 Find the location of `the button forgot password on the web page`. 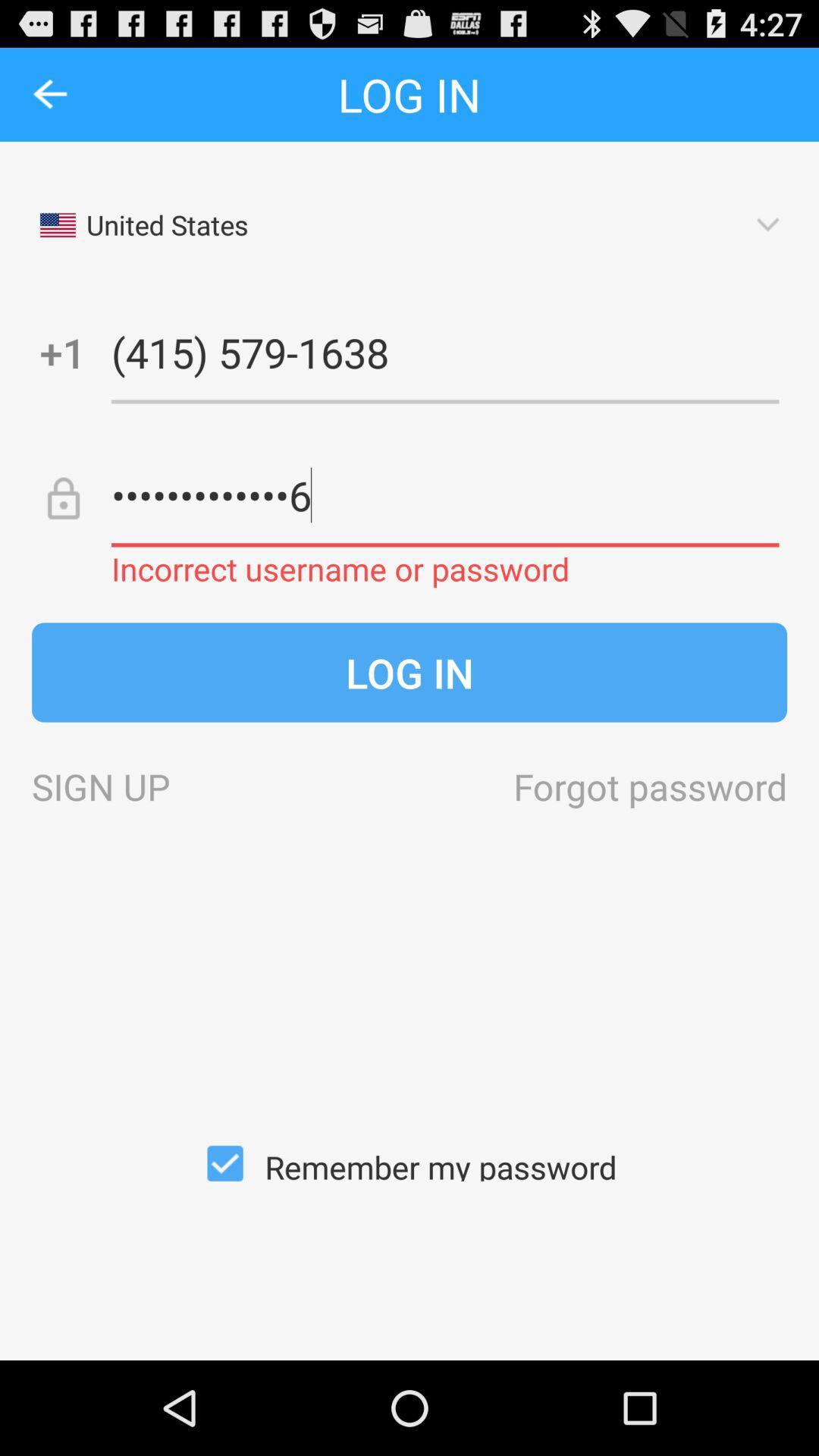

the button forgot password on the web page is located at coordinates (649, 786).